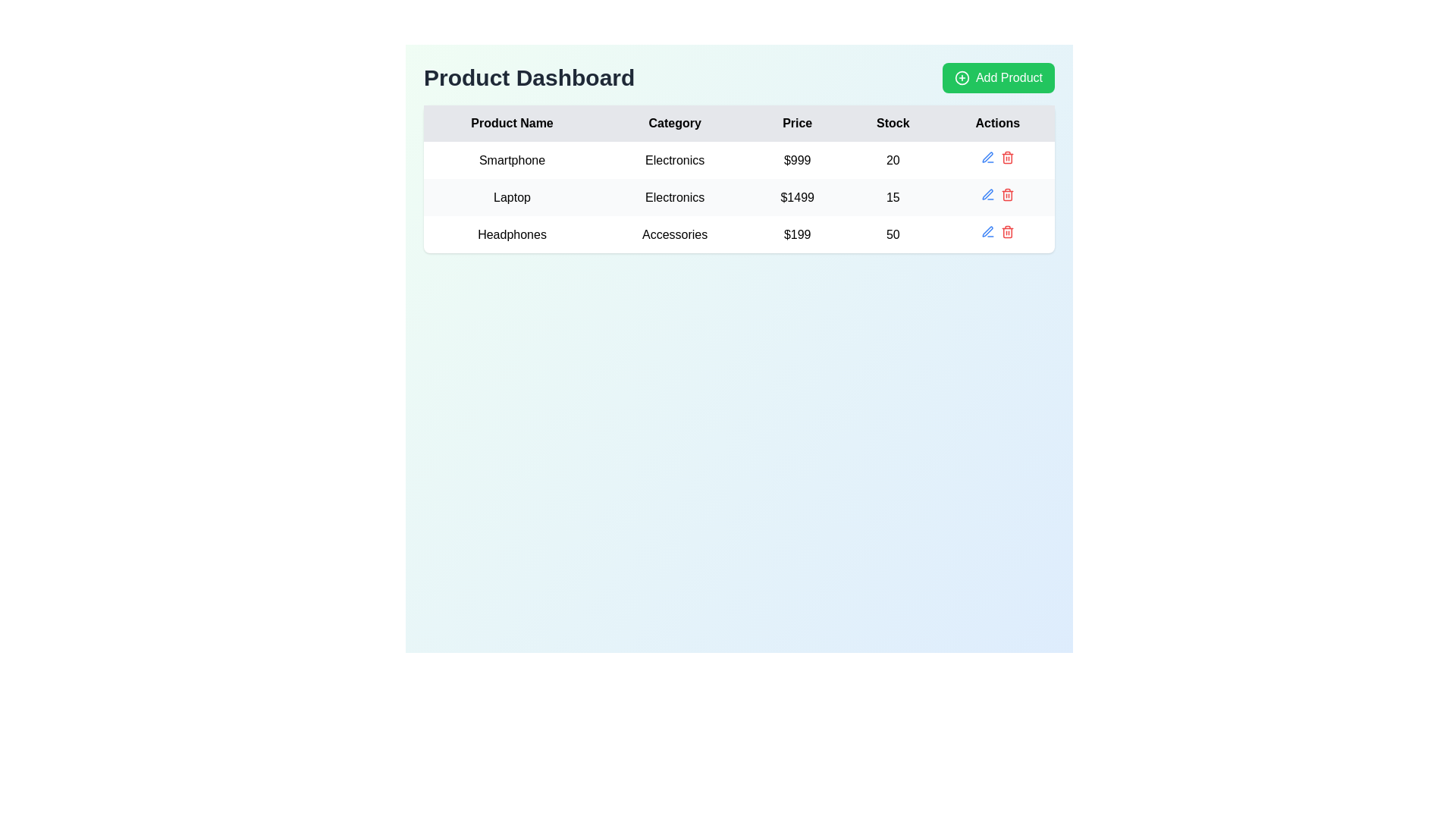 The height and width of the screenshot is (819, 1456). Describe the element at coordinates (796, 160) in the screenshot. I see `the text label displaying the price '$999' in bold font style, located in the 'Price' column of the product table, adjacent to 'Electronics' on the left and '20' on the right` at that location.